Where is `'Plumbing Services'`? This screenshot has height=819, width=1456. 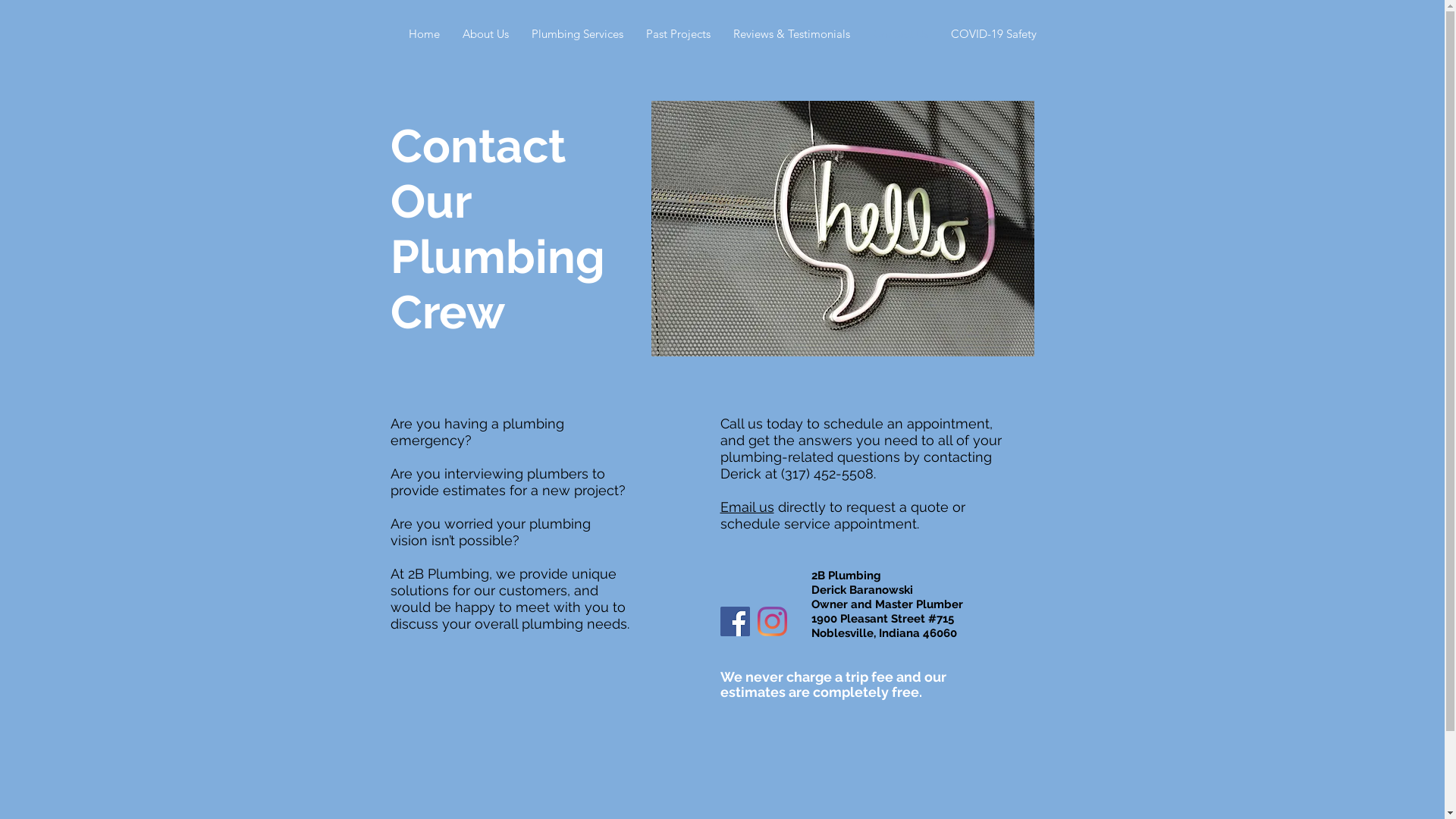 'Plumbing Services' is located at coordinates (576, 34).